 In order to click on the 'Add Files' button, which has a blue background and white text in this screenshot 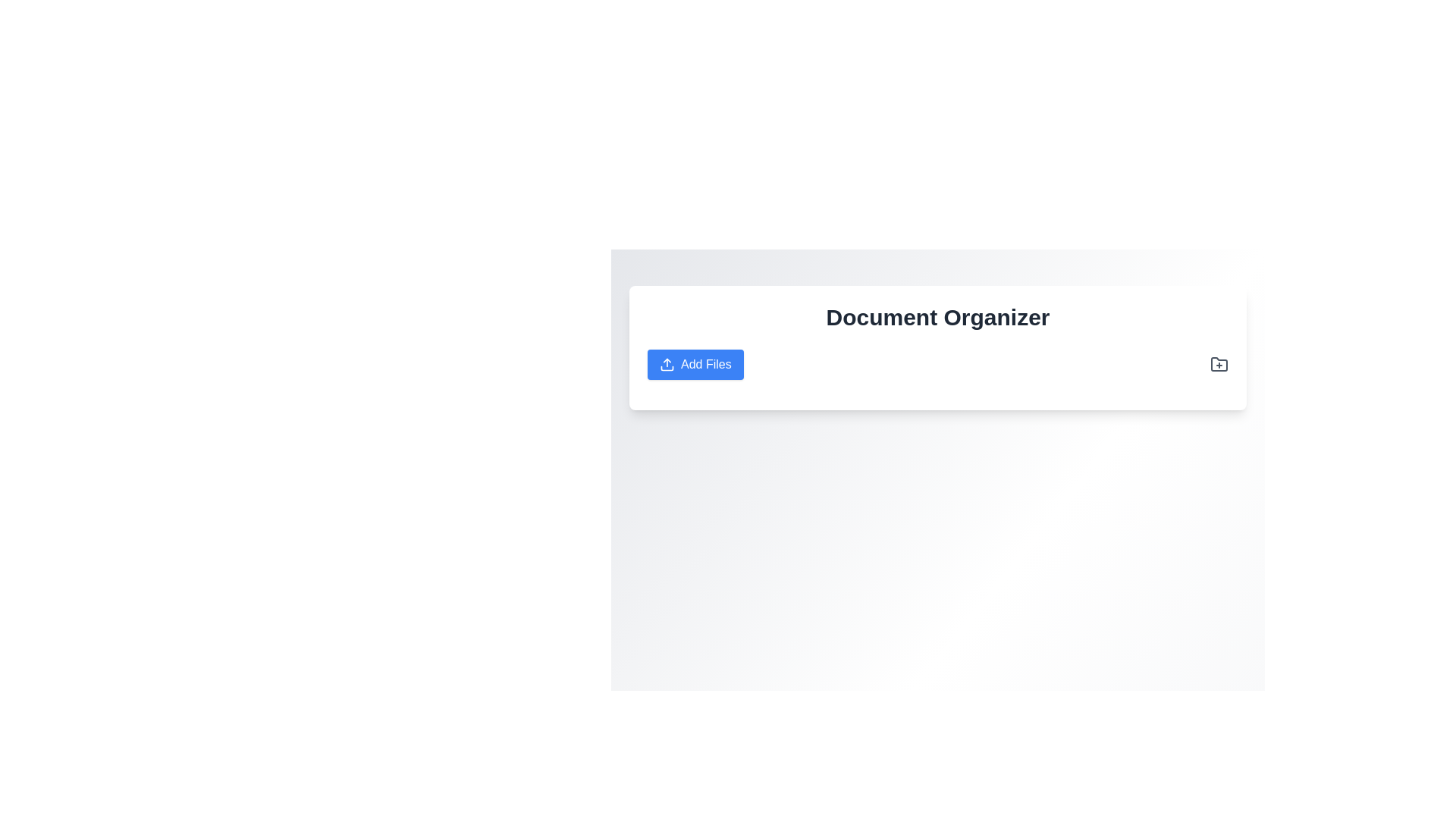, I will do `click(695, 365)`.